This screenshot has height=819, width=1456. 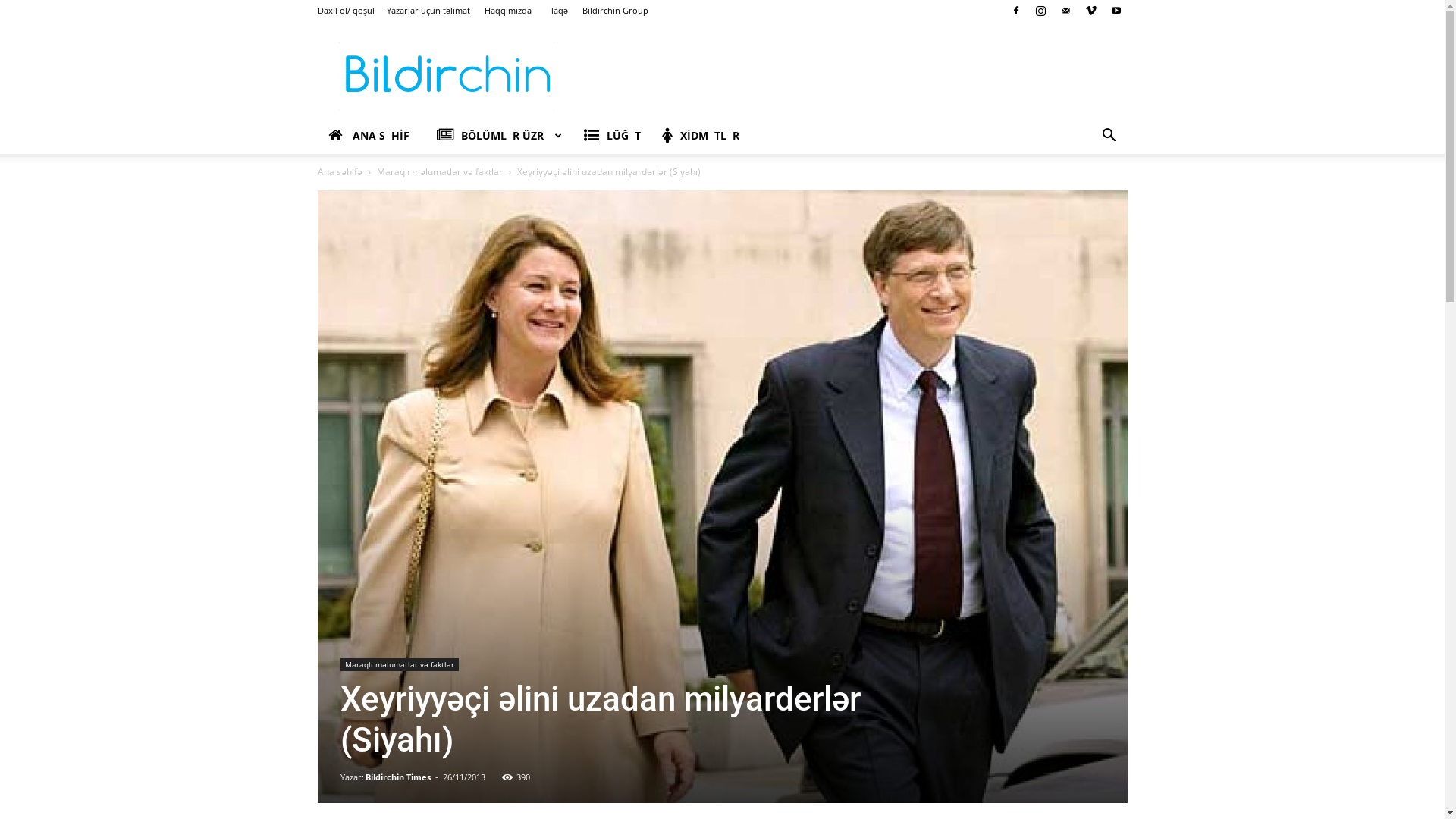 I want to click on 'Bildirchin Times', so click(x=397, y=777).